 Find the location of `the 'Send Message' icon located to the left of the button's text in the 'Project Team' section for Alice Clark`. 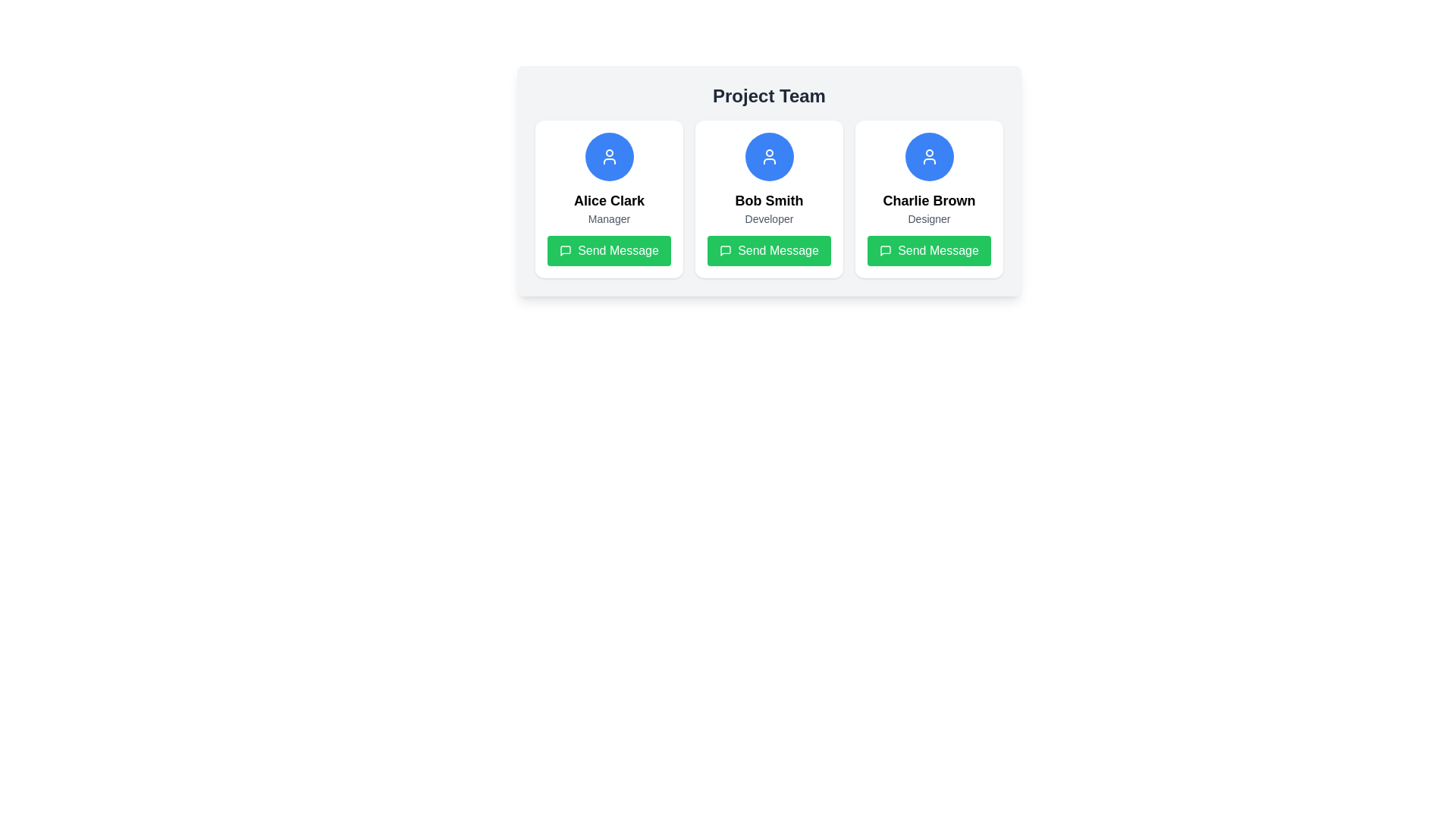

the 'Send Message' icon located to the left of the button's text in the 'Project Team' section for Alice Clark is located at coordinates (565, 250).